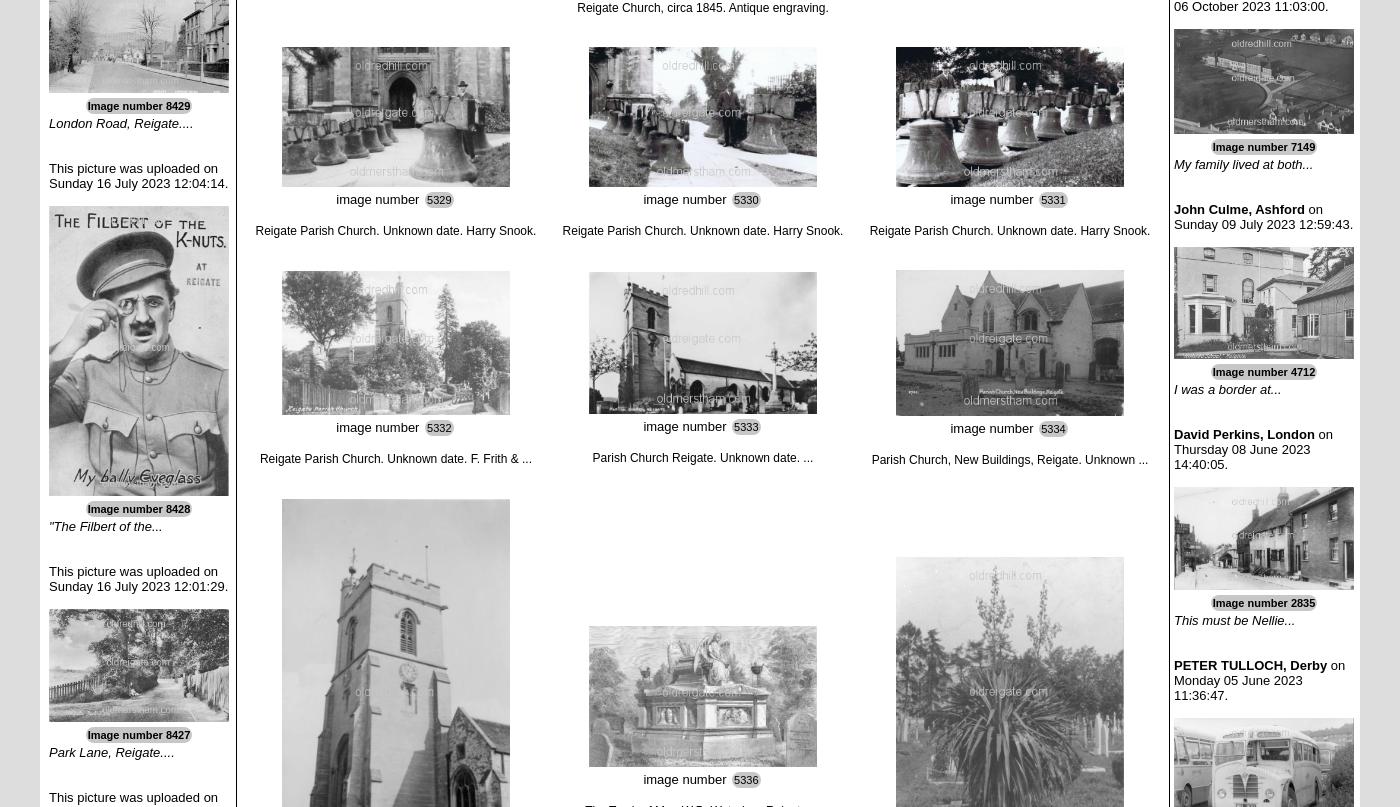  Describe the element at coordinates (1263, 601) in the screenshot. I see `'Image number 2835'` at that location.